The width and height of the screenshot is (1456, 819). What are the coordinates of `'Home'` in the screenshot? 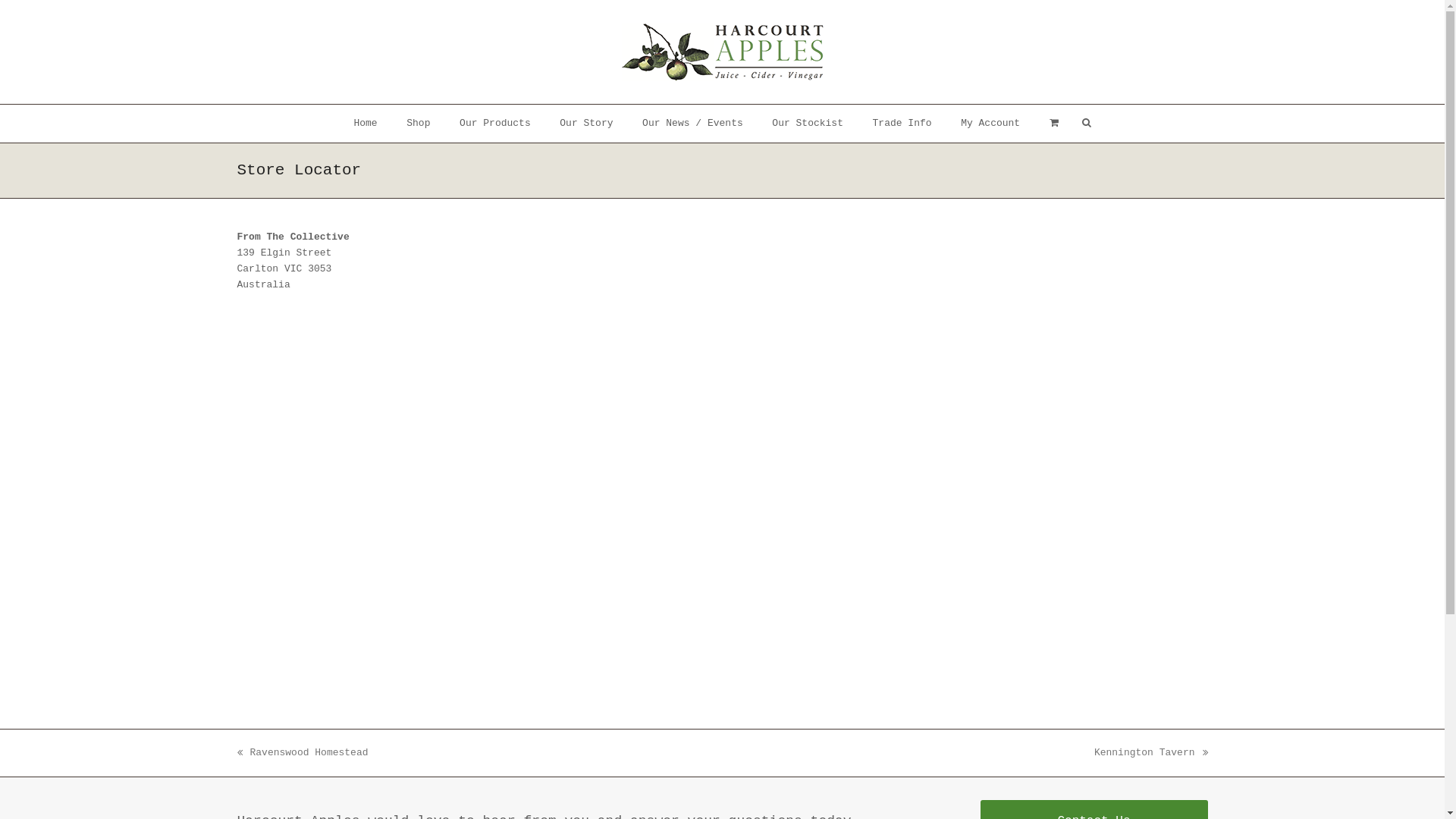 It's located at (365, 122).